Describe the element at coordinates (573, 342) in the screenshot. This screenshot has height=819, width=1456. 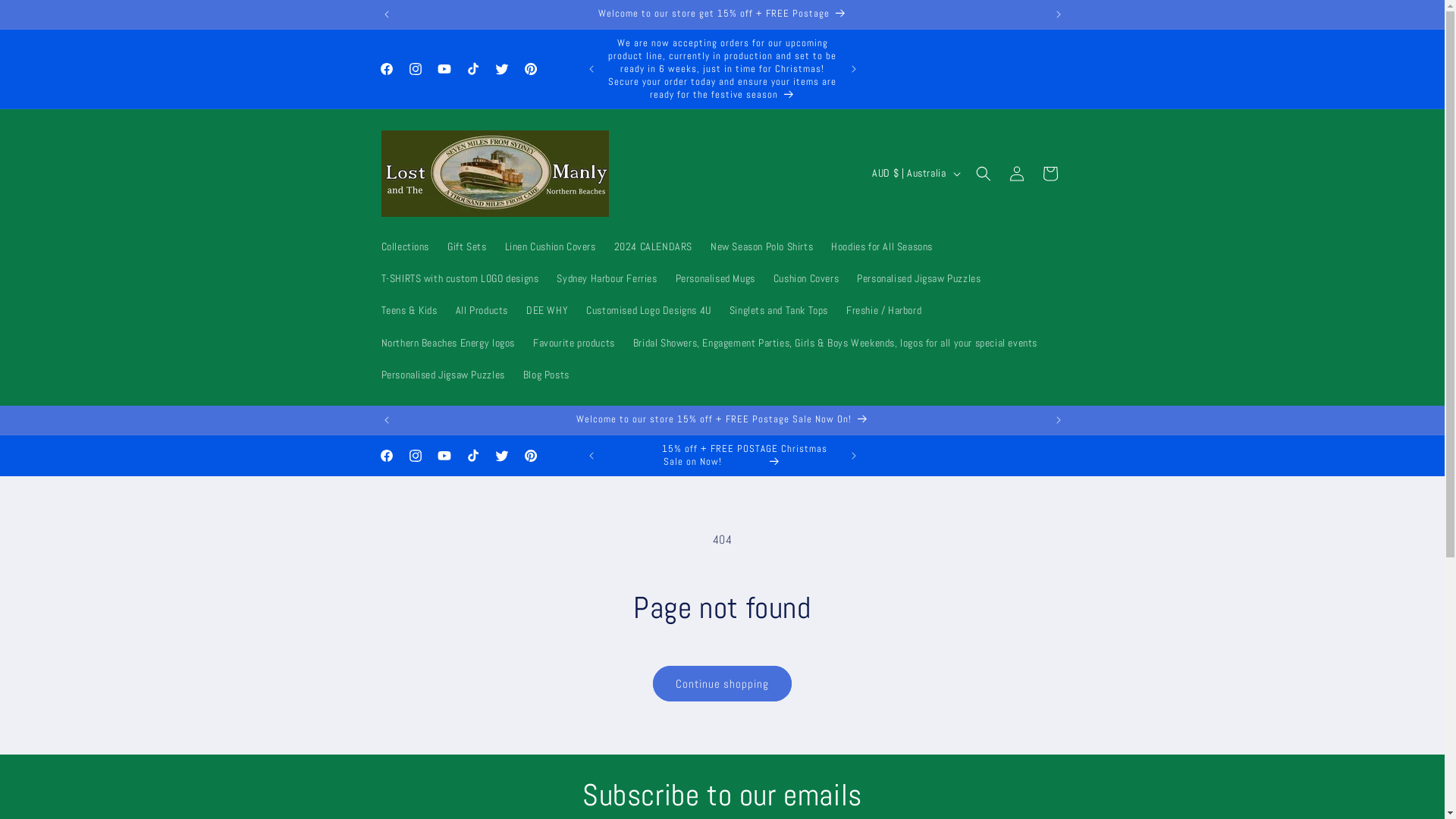
I see `'Favourite products'` at that location.